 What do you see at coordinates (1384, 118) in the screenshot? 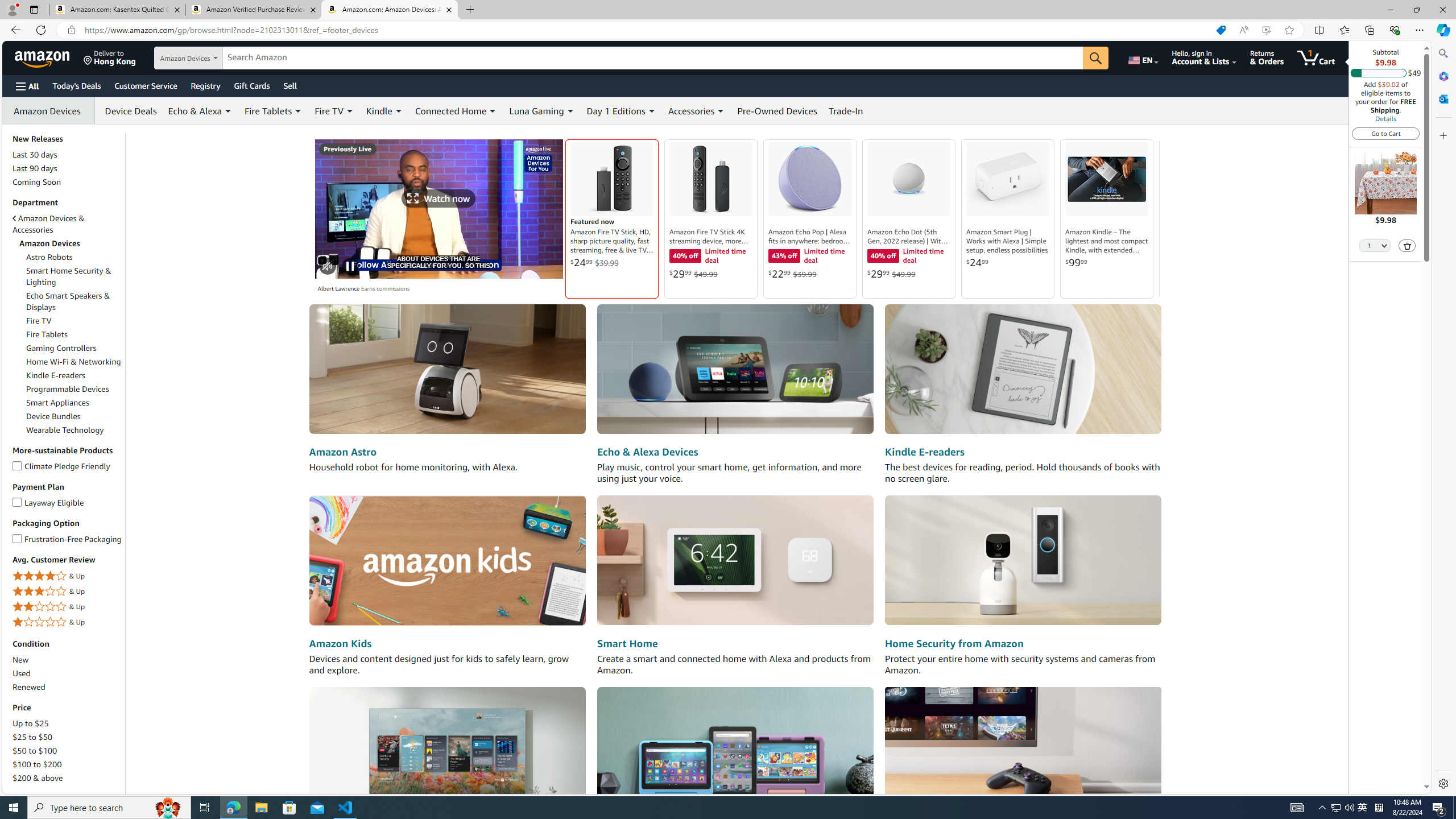
I see `'Details'` at bounding box center [1384, 118].